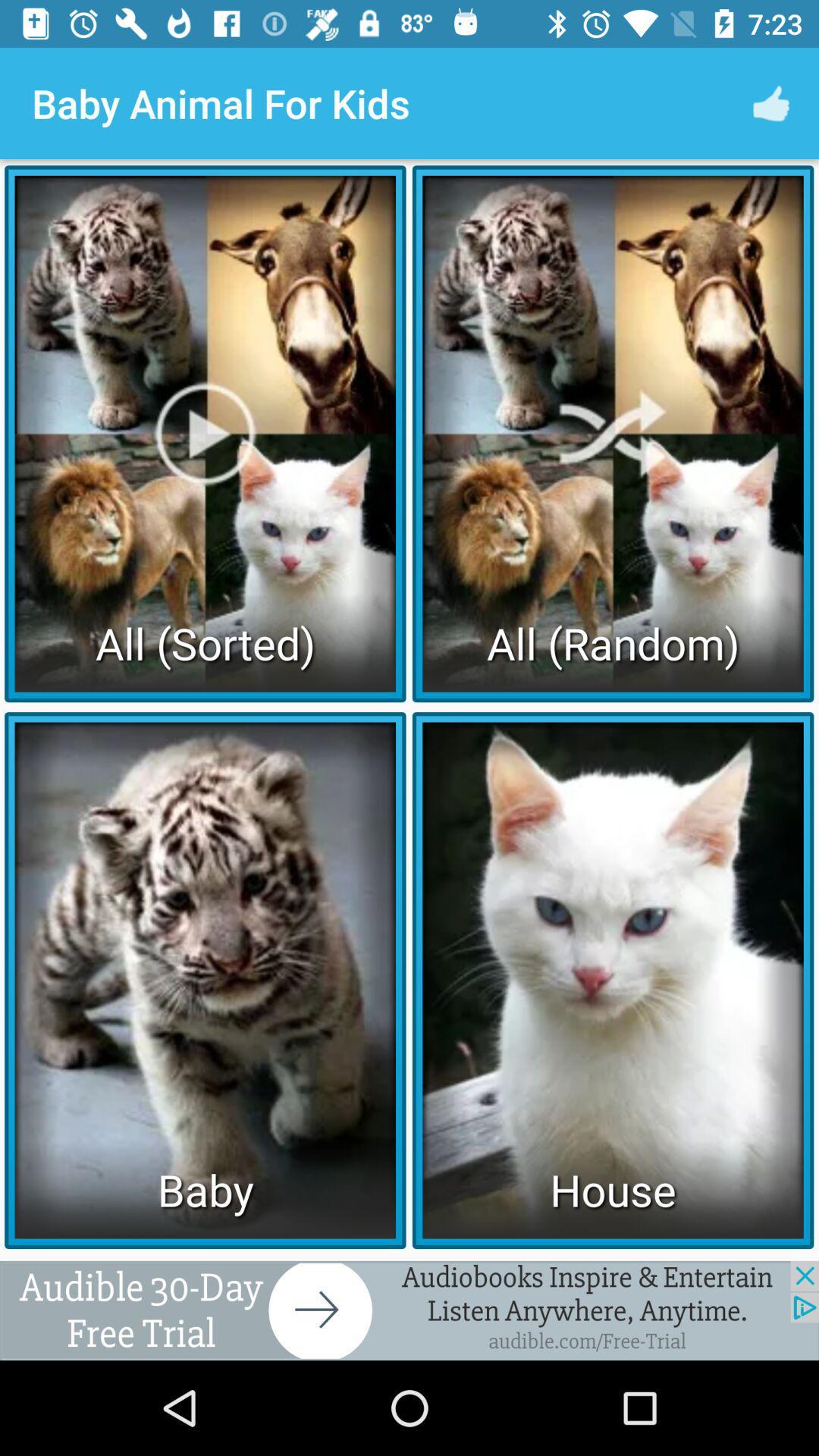  What do you see at coordinates (409, 1310) in the screenshot?
I see `favorited` at bounding box center [409, 1310].